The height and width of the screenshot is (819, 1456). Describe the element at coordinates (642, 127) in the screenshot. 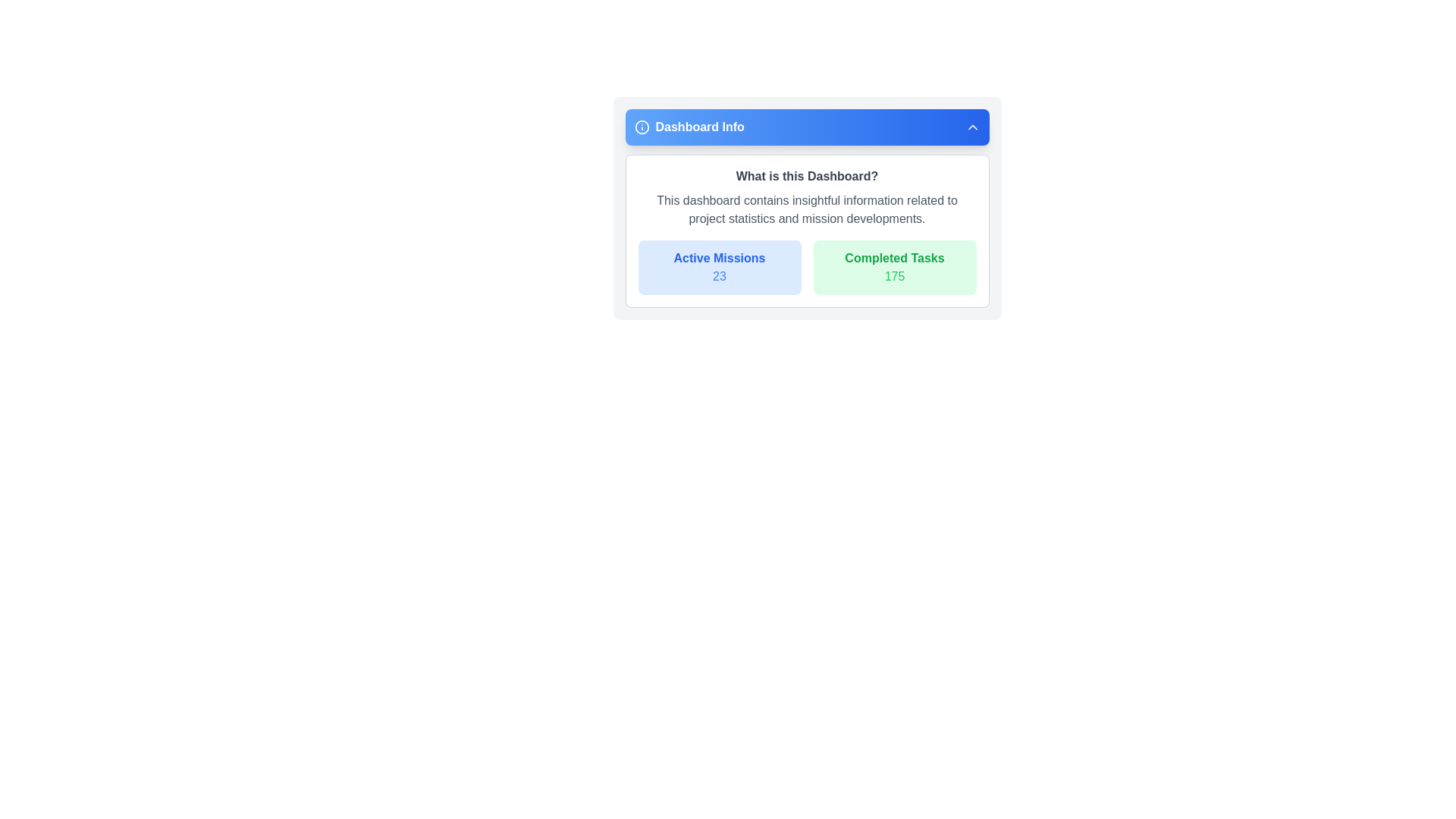

I see `the circular blue icon with a white information symbol located to the left of the text 'Dashboard Info' in the blue header bar` at that location.